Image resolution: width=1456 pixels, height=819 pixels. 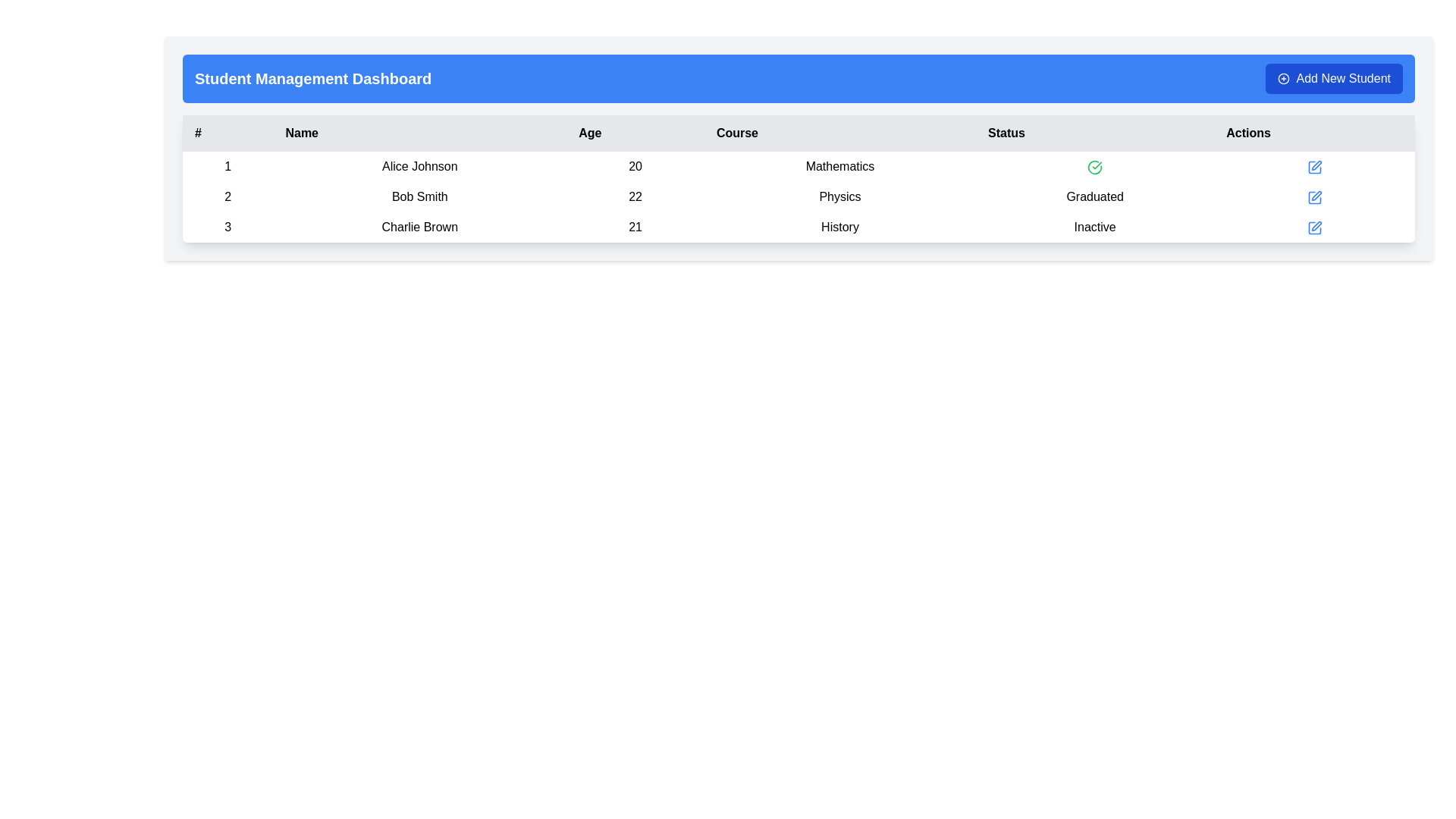 What do you see at coordinates (798, 196) in the screenshot?
I see `the second data row in the student management dashboard that displays student records, located between 'Alice Johnson' and 'Charlie Brown'` at bounding box center [798, 196].